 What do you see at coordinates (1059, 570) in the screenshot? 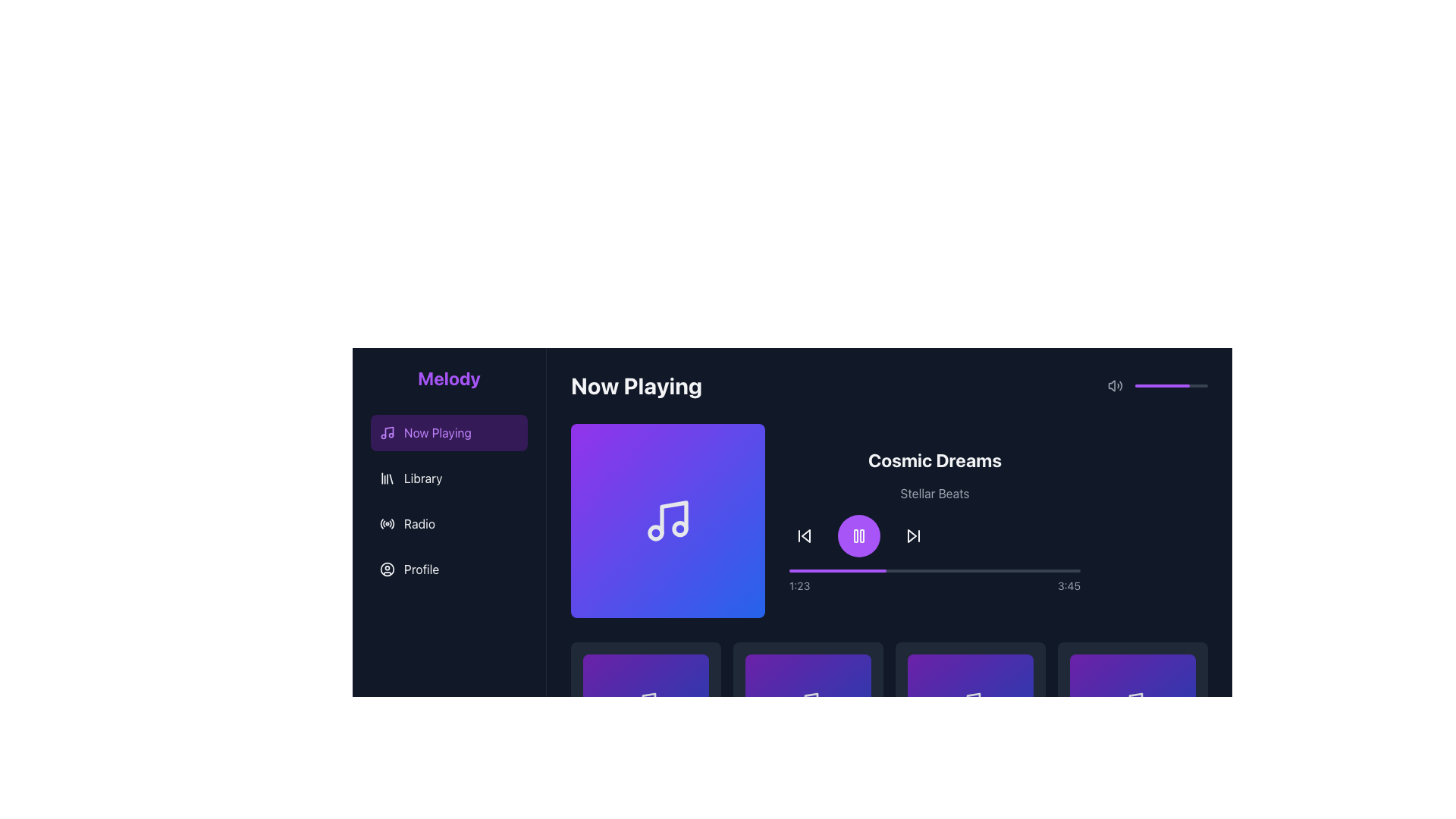
I see `the playback progress` at bounding box center [1059, 570].